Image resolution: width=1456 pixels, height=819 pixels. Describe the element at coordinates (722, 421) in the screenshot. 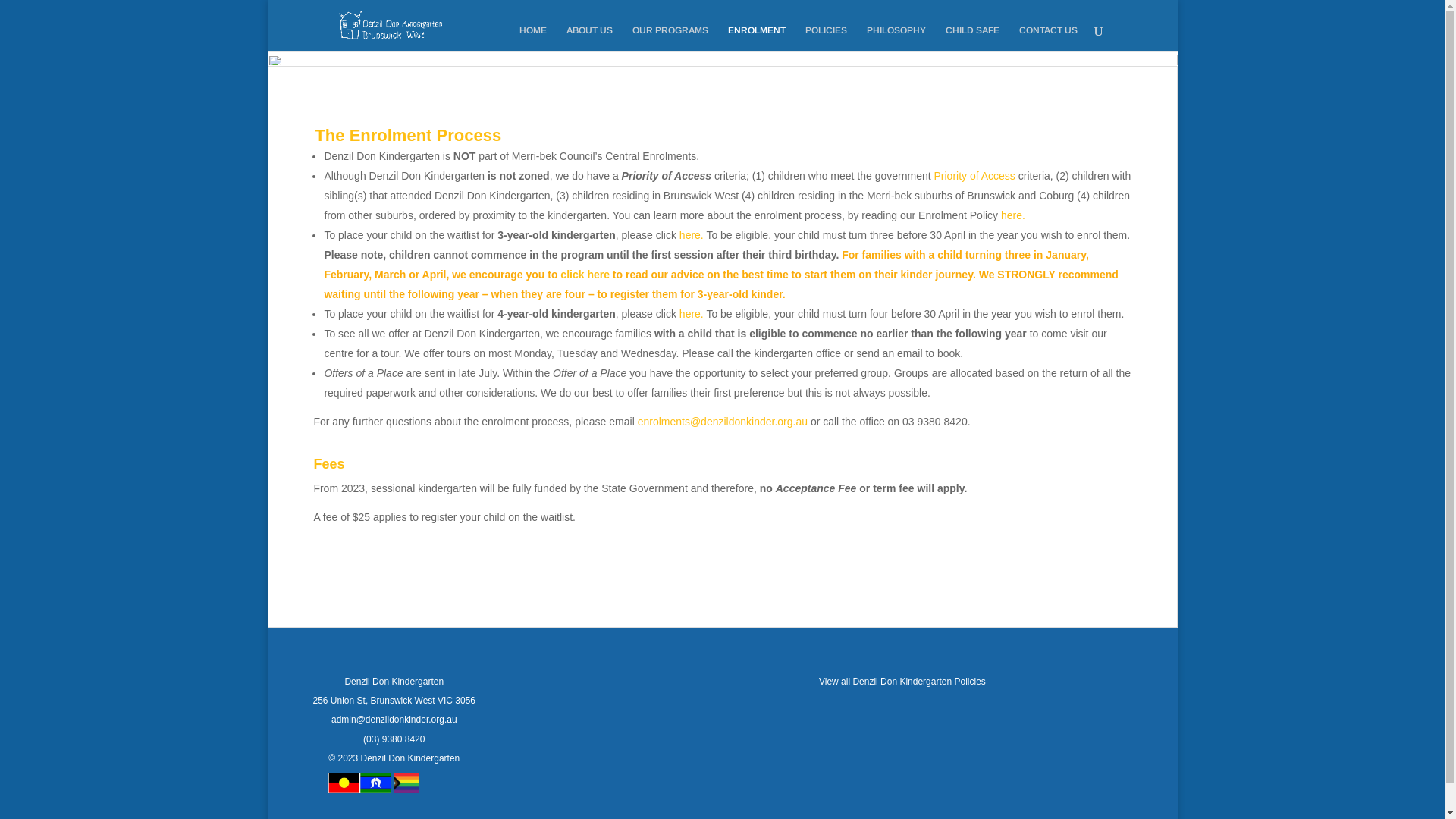

I see `'enrolments@denzildonkinder.org.au'` at that location.